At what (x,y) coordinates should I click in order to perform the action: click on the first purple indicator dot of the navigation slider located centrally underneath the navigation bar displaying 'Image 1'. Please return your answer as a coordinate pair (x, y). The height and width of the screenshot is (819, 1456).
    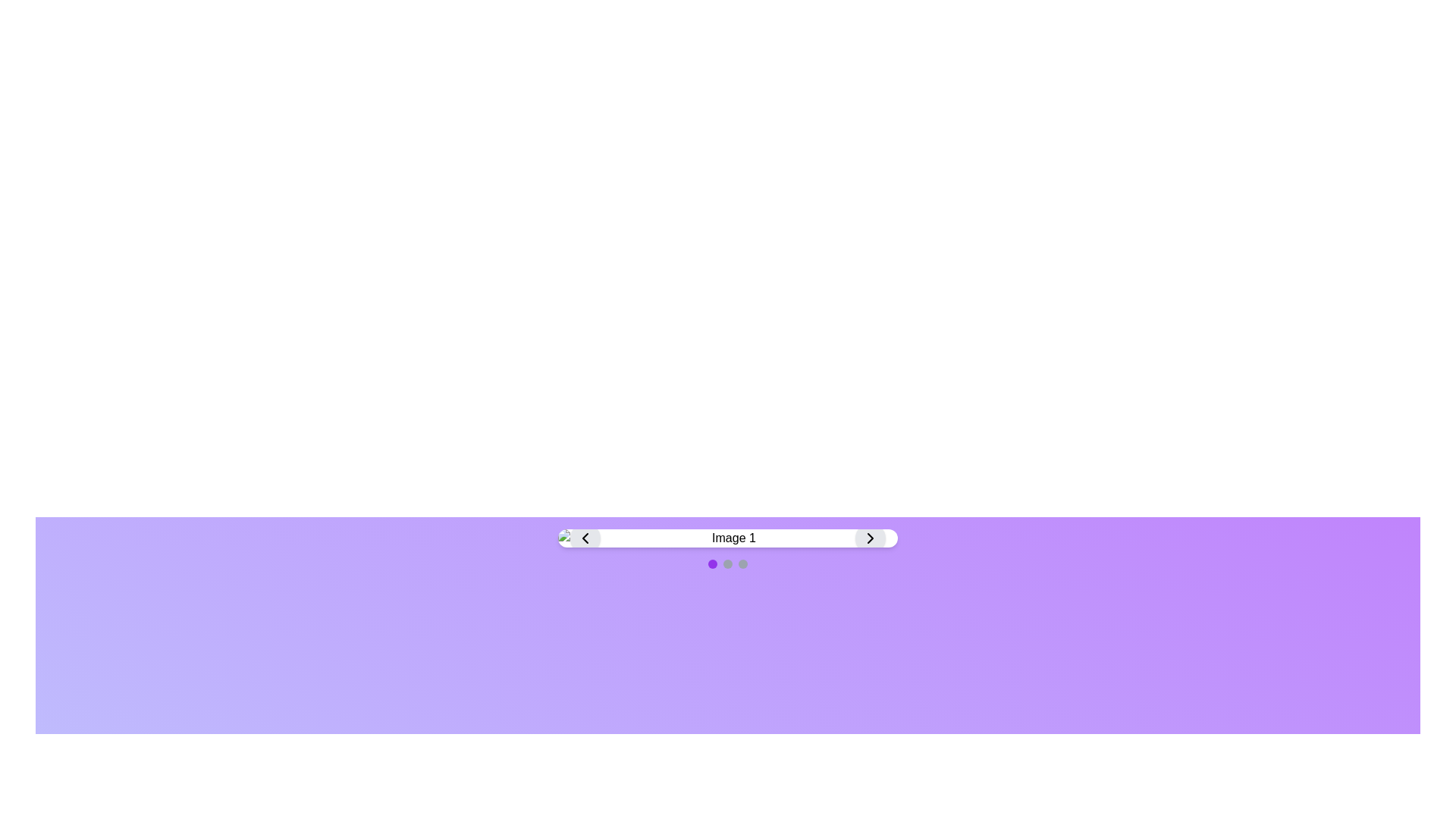
    Looking at the image, I should click on (712, 564).